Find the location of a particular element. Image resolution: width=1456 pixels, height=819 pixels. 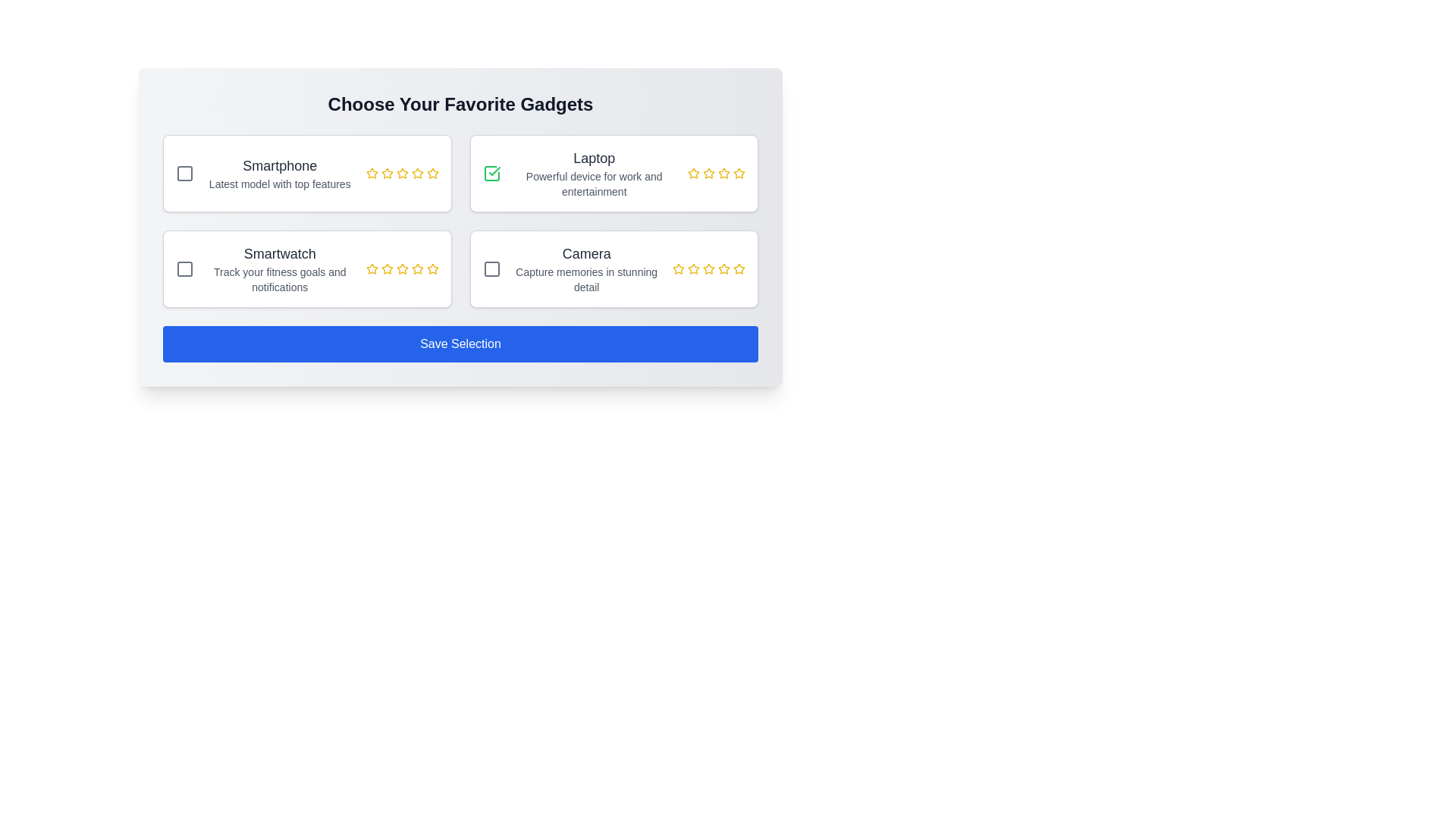

the first yellow star icon in the rating system, which is located to the right of the 'Smartphone' label within the 'Choose Your Favorite Gadgets' section is located at coordinates (372, 172).